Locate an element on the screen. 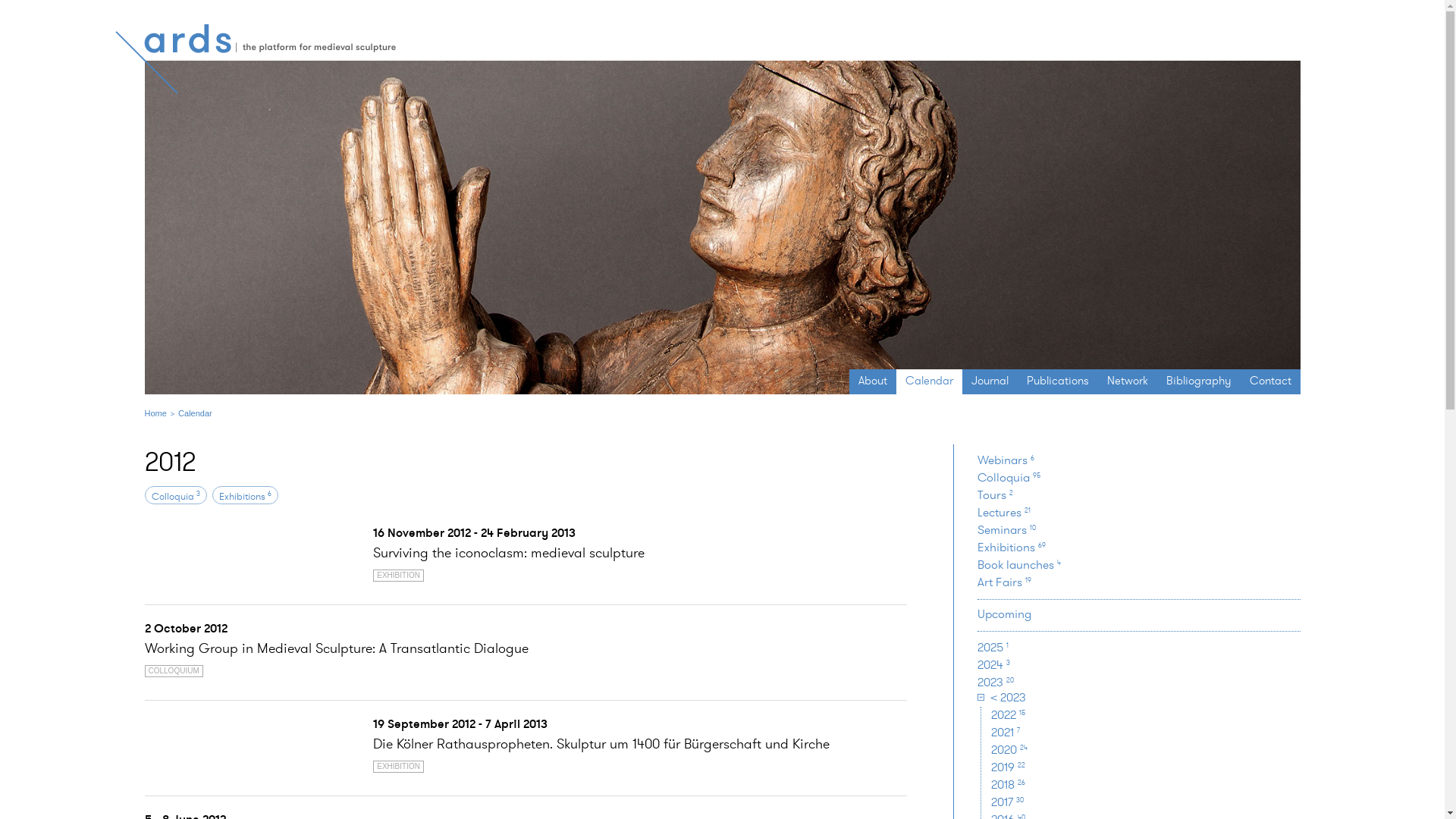 This screenshot has height=819, width=1456. '2 October 2012' is located at coordinates (144, 628).